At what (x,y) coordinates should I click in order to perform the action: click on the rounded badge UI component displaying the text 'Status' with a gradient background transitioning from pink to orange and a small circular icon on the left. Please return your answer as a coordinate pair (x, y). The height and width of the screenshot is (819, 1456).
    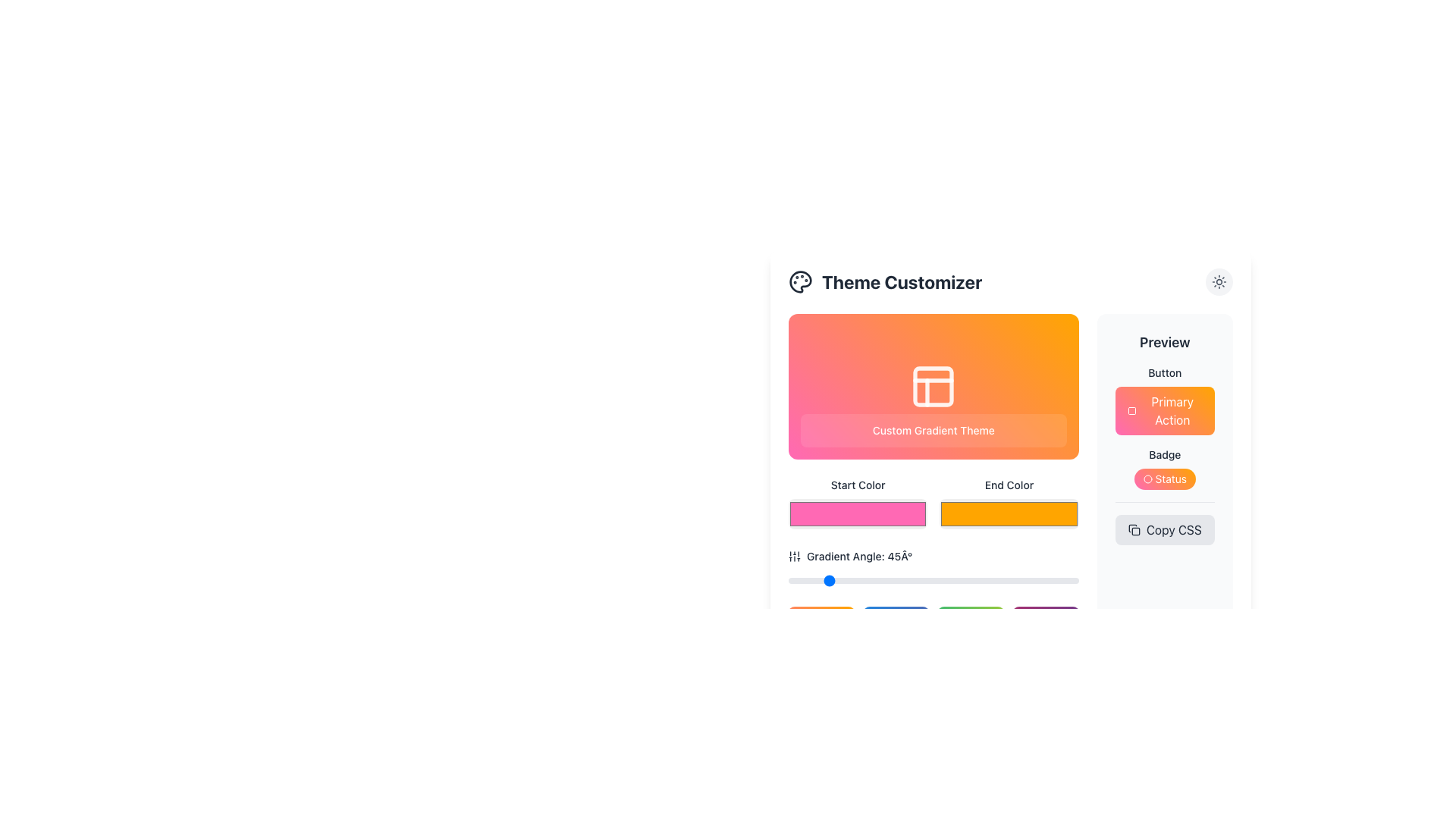
    Looking at the image, I should click on (1164, 479).